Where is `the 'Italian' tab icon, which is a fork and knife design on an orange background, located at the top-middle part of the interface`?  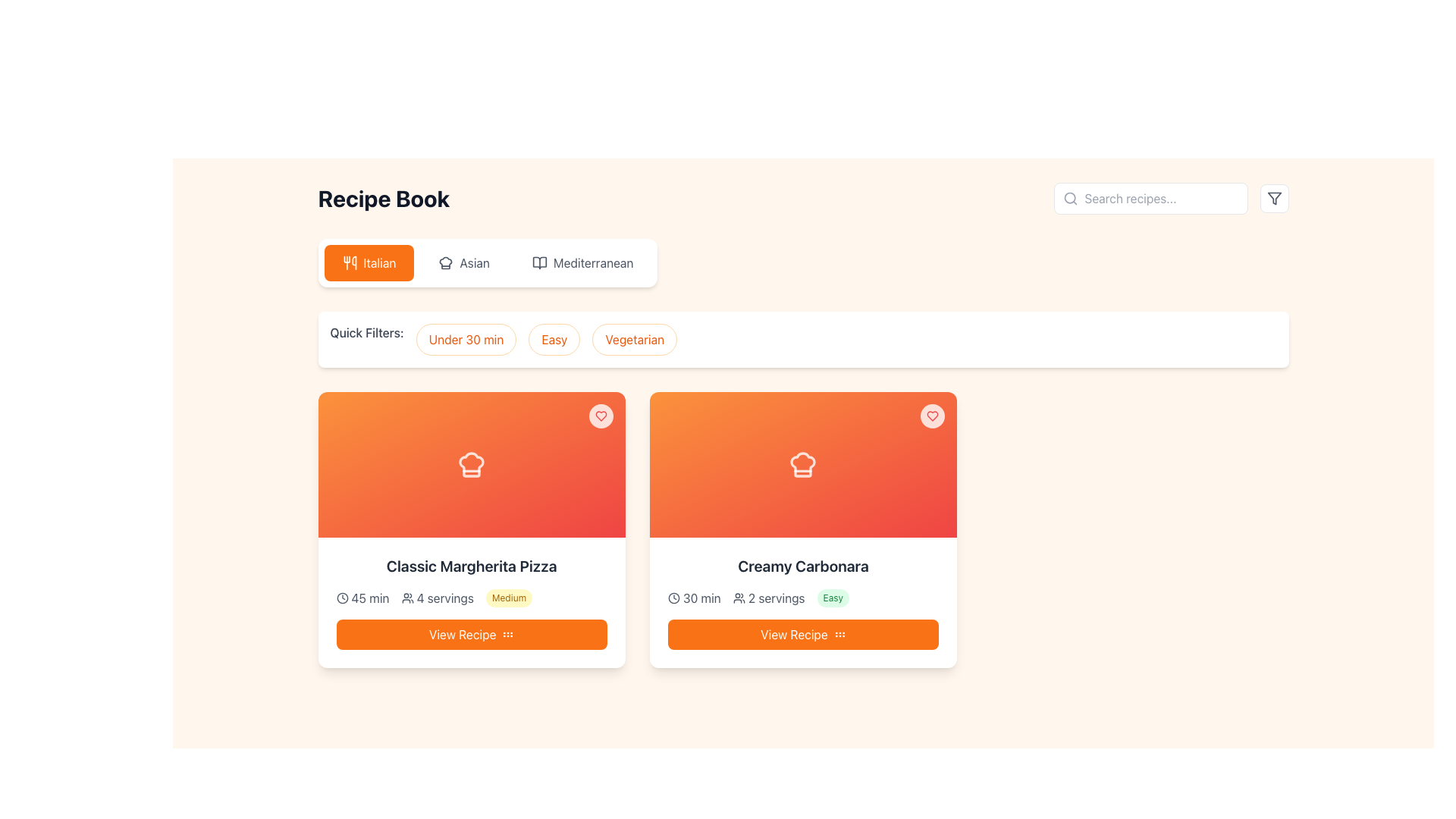
the 'Italian' tab icon, which is a fork and knife design on an orange background, located at the top-middle part of the interface is located at coordinates (353, 262).